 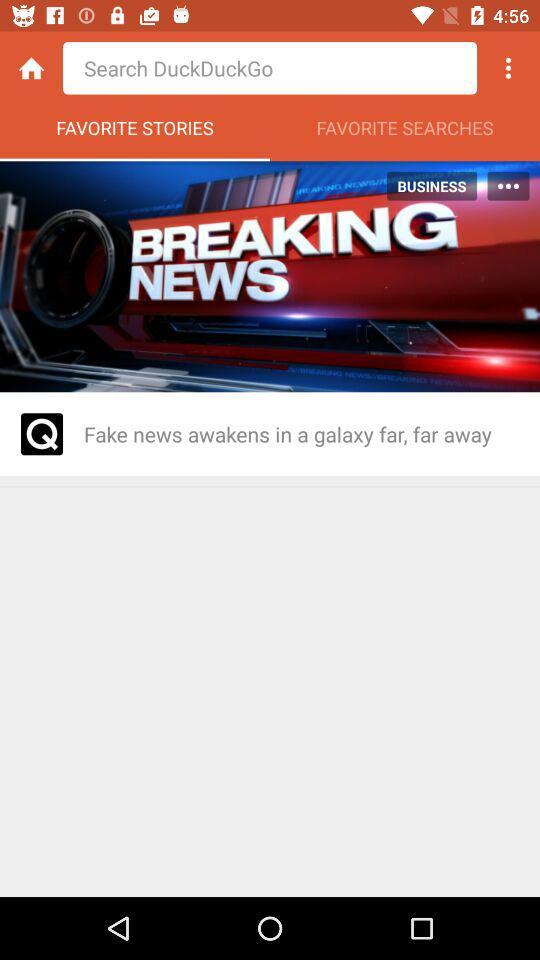 I want to click on open selected article, so click(x=42, y=434).